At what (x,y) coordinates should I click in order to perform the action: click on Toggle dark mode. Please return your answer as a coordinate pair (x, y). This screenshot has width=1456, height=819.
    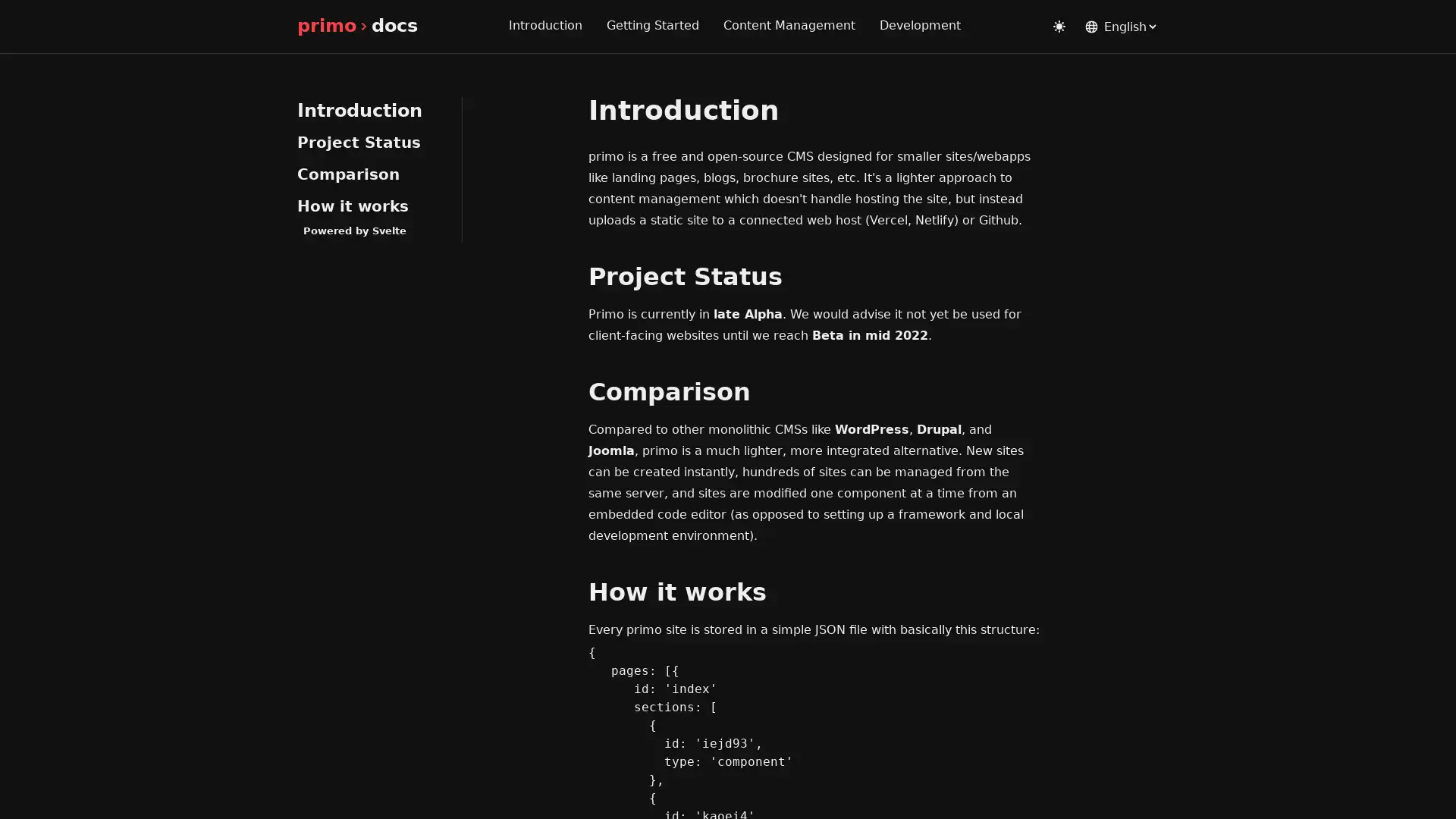
    Looking at the image, I should click on (1058, 26).